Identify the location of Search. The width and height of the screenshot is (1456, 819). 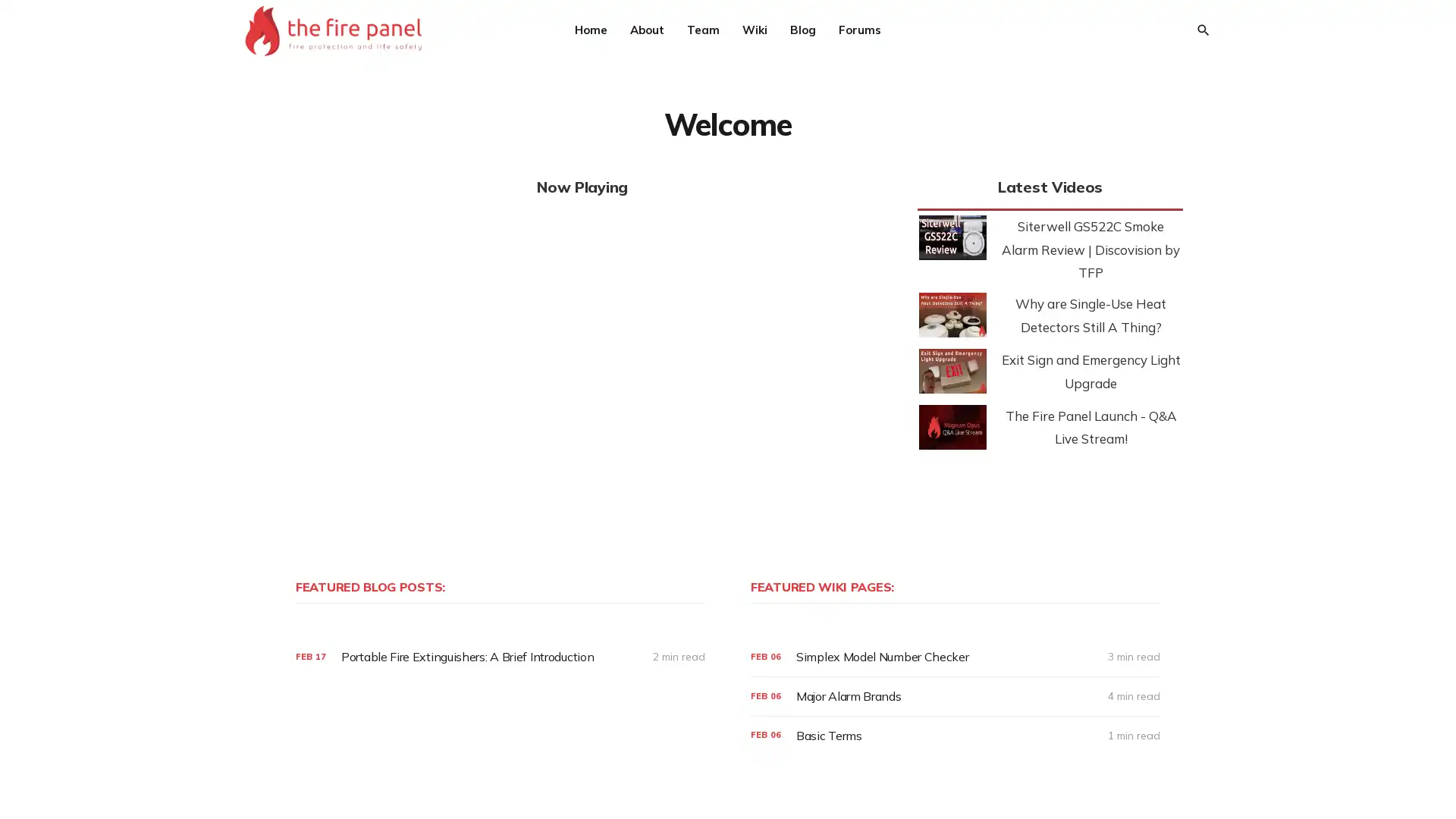
(1201, 30).